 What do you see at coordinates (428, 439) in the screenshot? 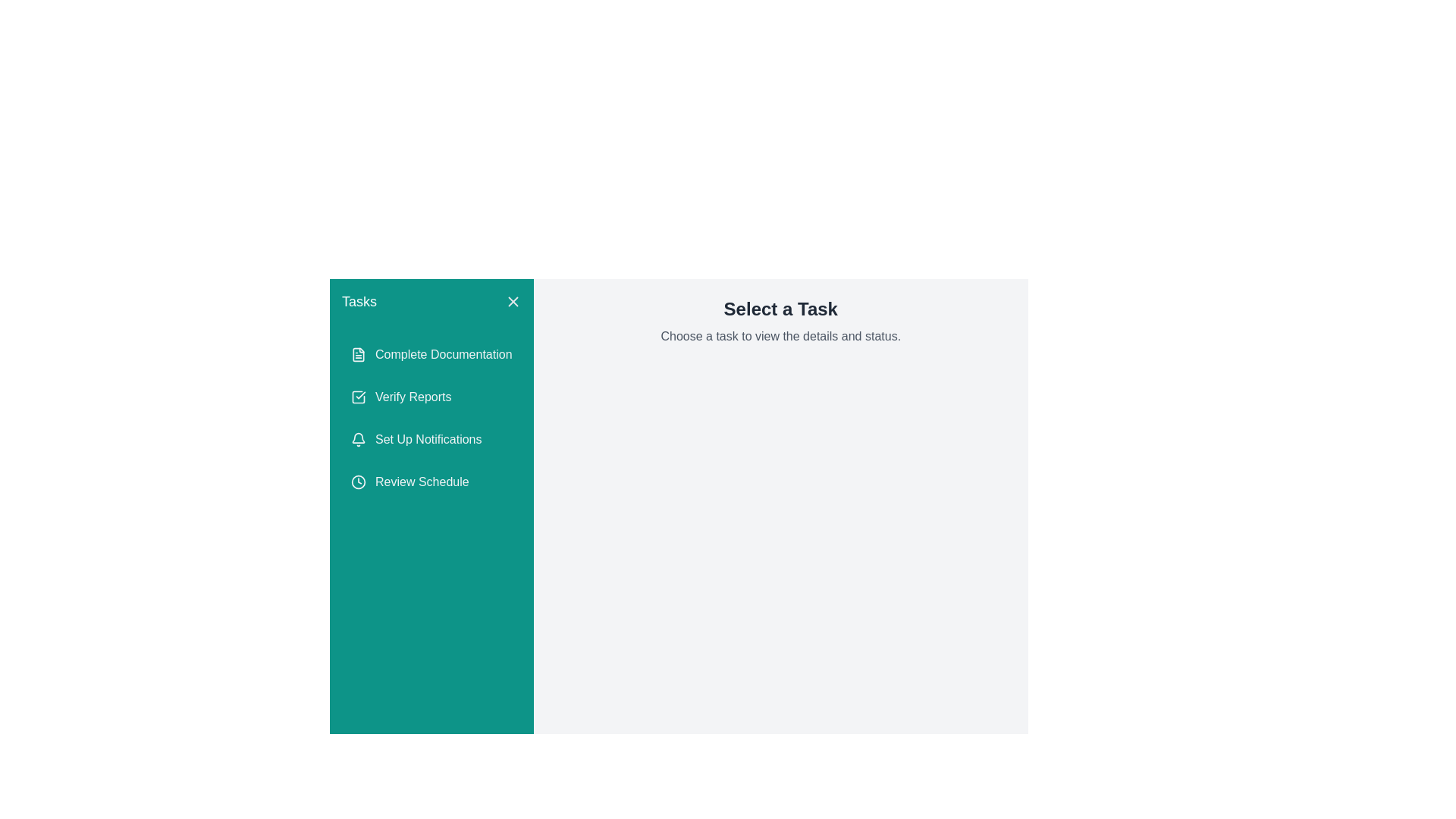
I see `the Text Label for setting up notifications, which is the third item` at bounding box center [428, 439].